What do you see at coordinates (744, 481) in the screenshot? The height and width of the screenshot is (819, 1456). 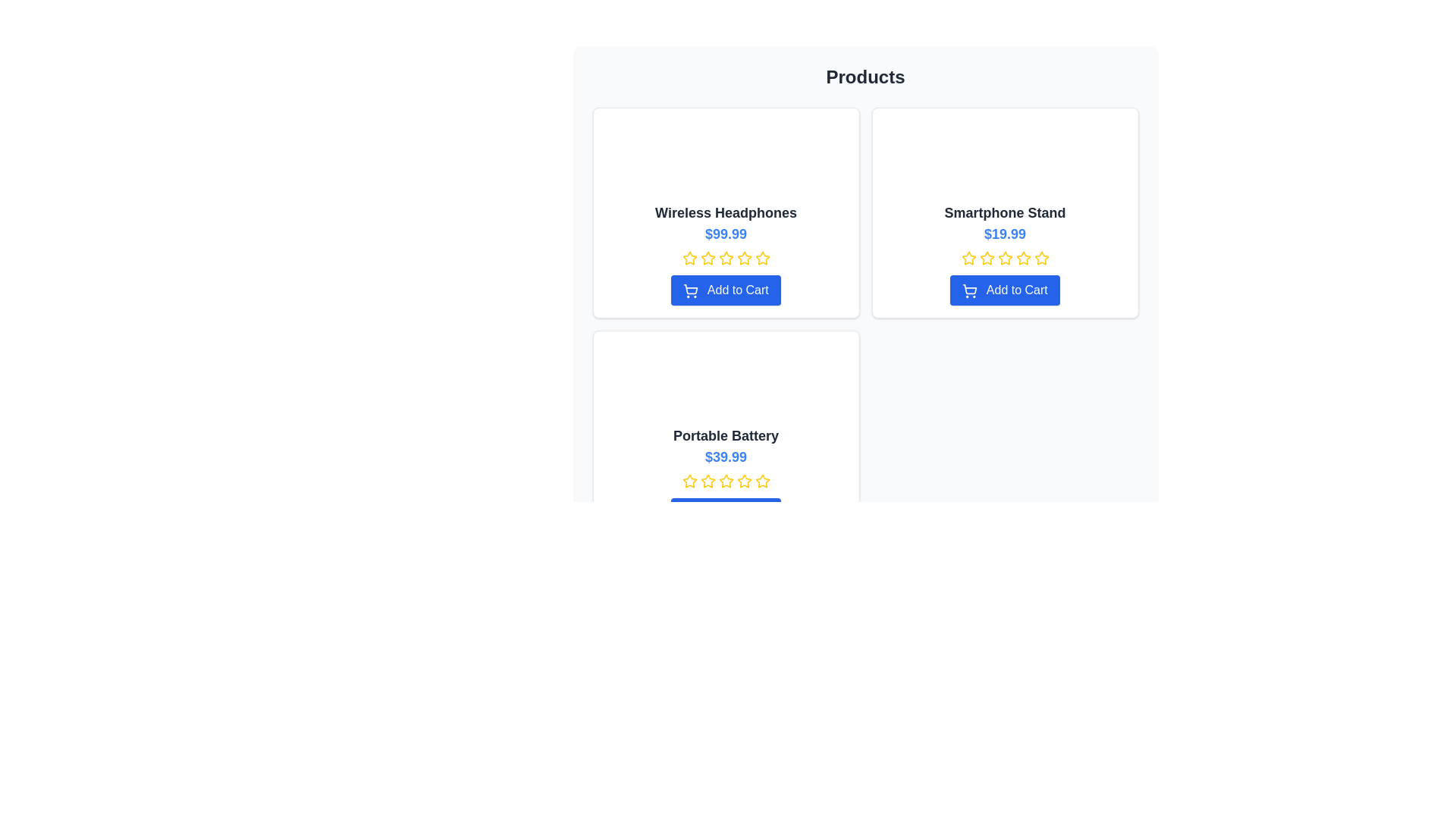 I see `the yellow star icon with a white border, which is the second star from the left in the rating star sequence for the 'Portable Battery' product, to rate it` at bounding box center [744, 481].